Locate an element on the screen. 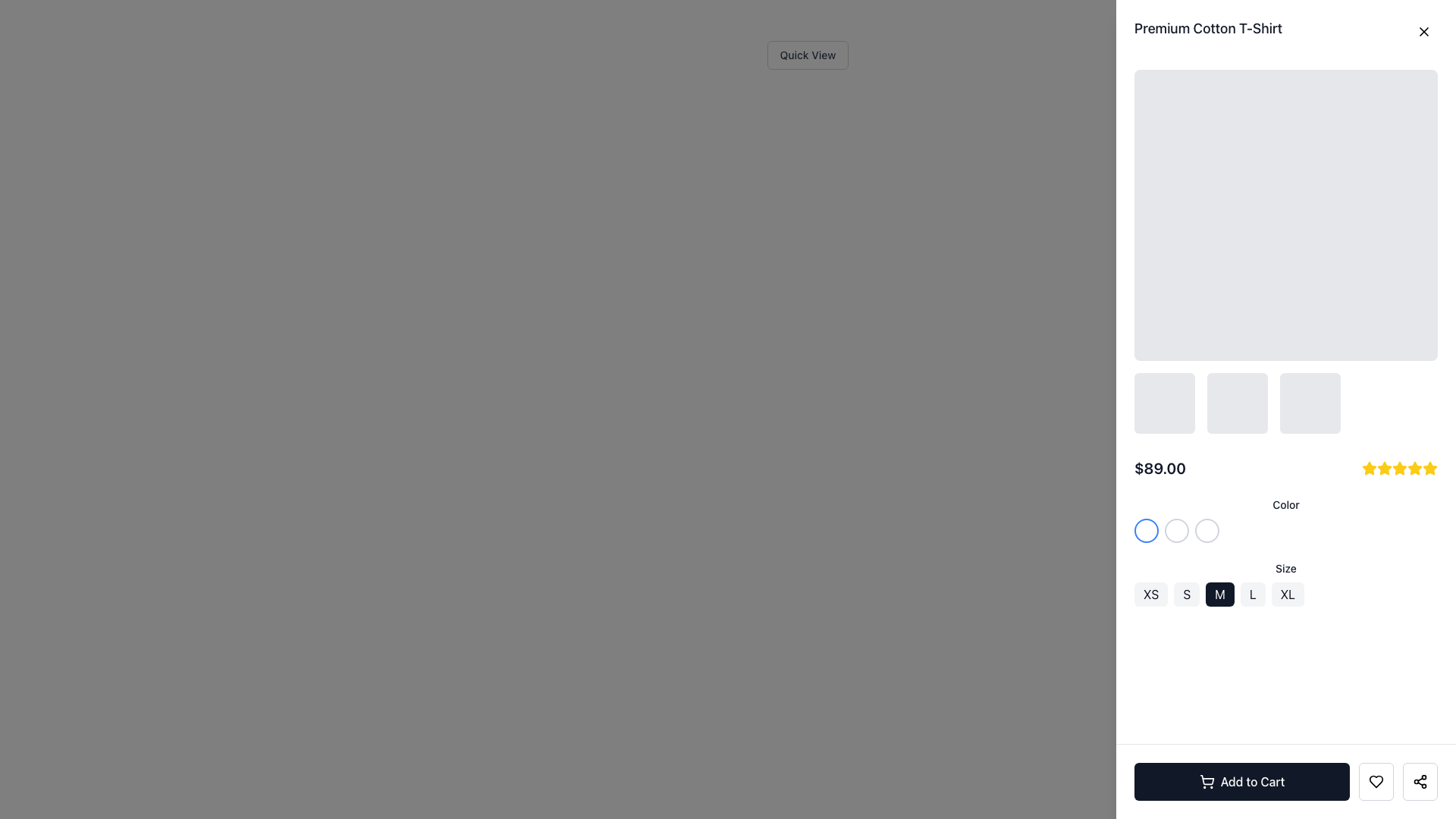 This screenshot has height=819, width=1456. the 'S' size selection button located in the Size section of the product options is located at coordinates (1186, 593).